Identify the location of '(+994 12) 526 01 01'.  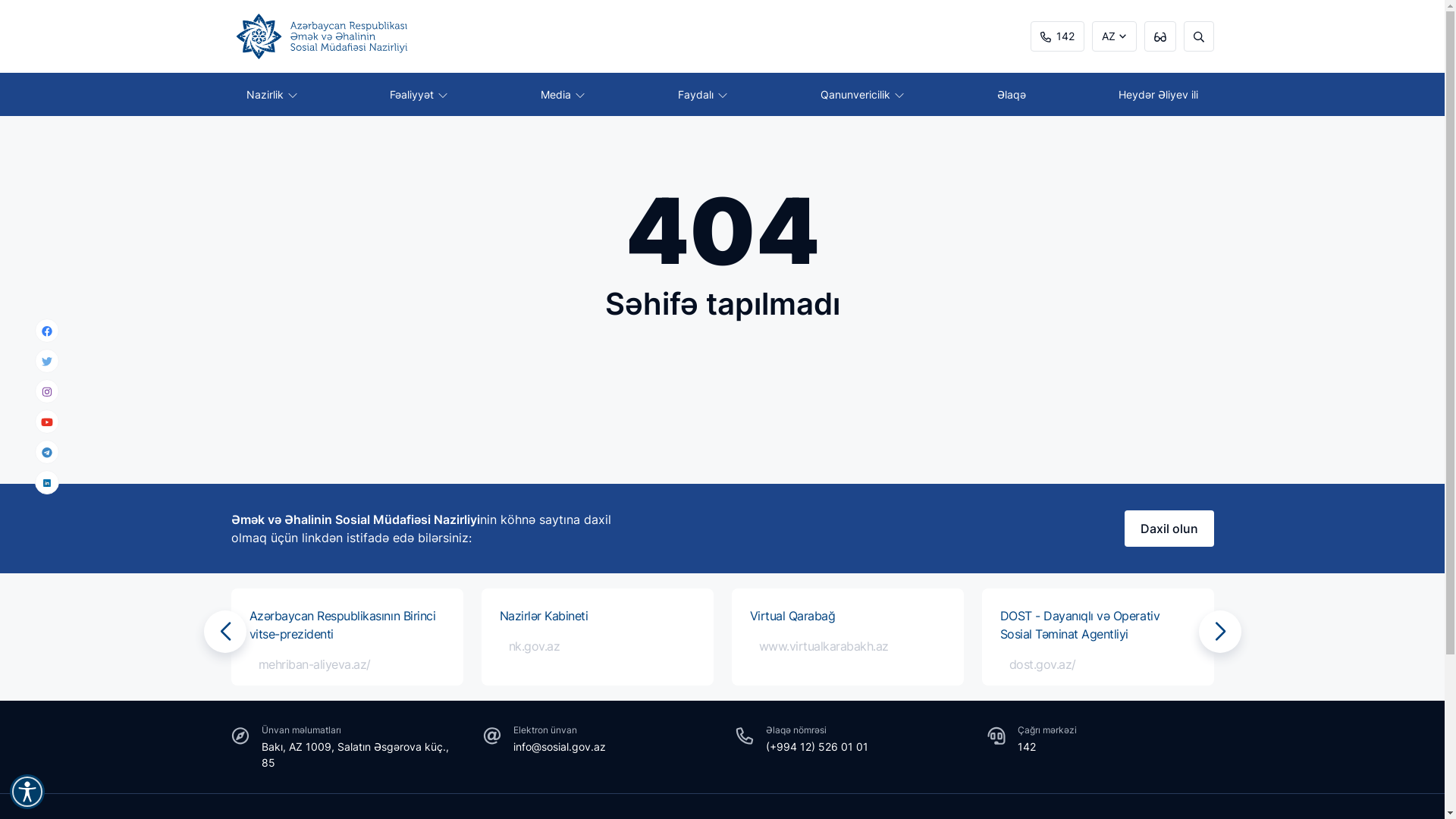
(816, 745).